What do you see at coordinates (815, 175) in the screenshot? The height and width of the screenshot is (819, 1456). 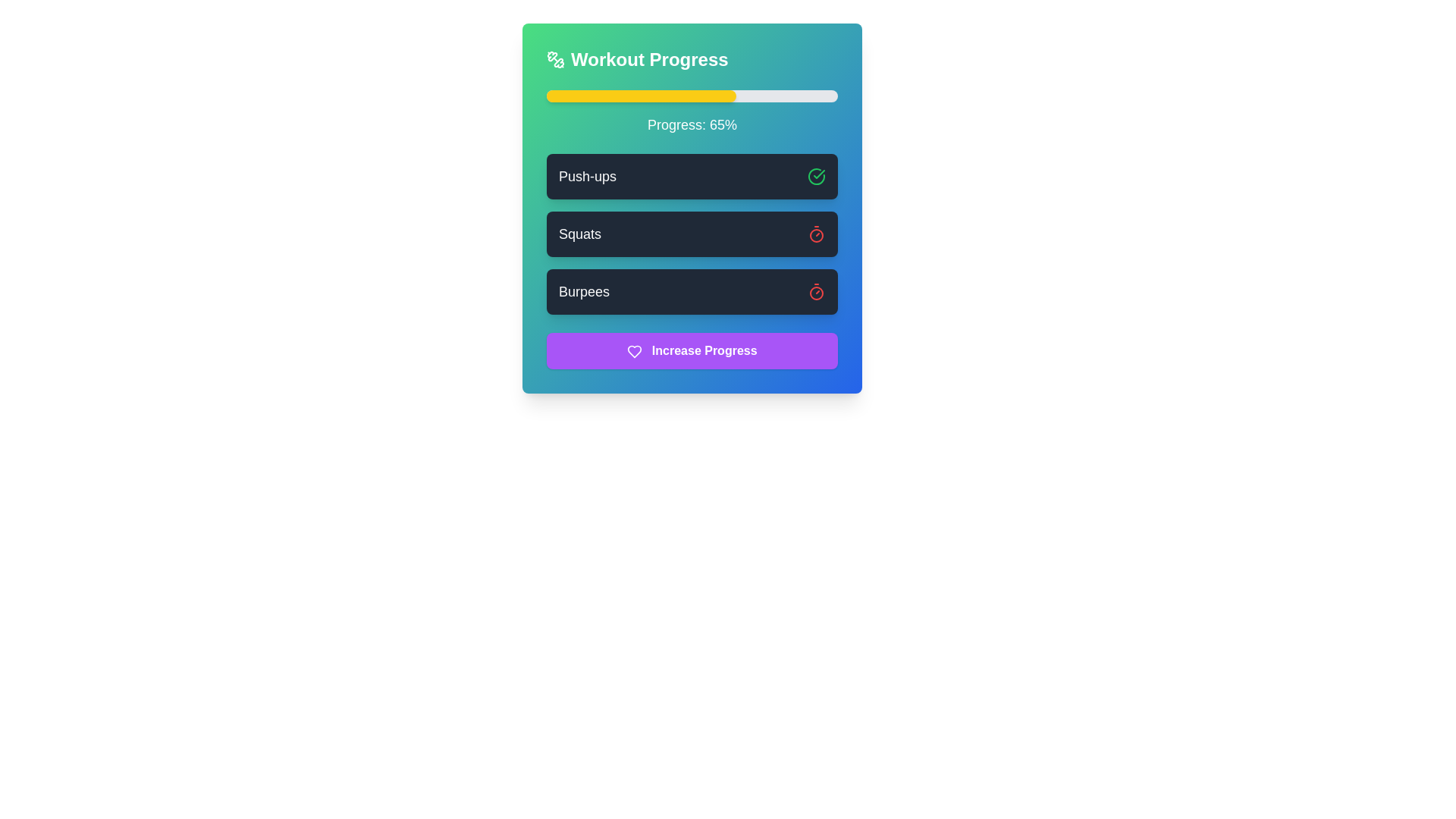 I see `the green circular check icon with a tick mark, located to the far-right side of the 'Push-ups' item in the workout tasks list` at bounding box center [815, 175].